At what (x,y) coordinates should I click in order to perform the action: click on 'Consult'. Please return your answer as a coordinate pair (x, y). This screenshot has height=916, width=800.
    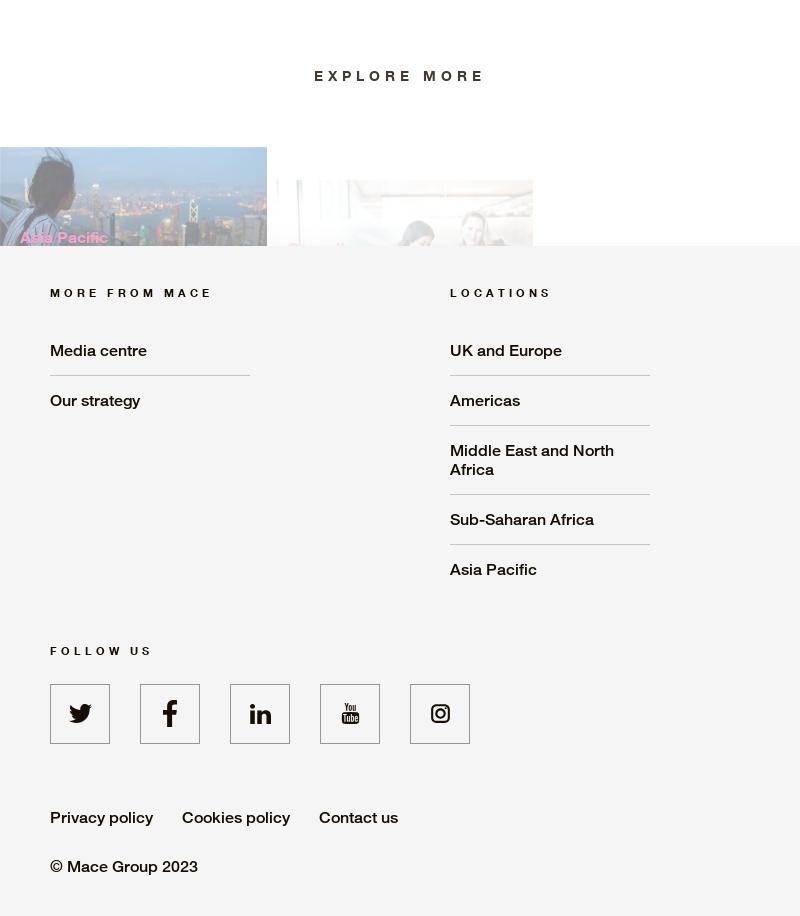
    Looking at the image, I should click on (314, 162).